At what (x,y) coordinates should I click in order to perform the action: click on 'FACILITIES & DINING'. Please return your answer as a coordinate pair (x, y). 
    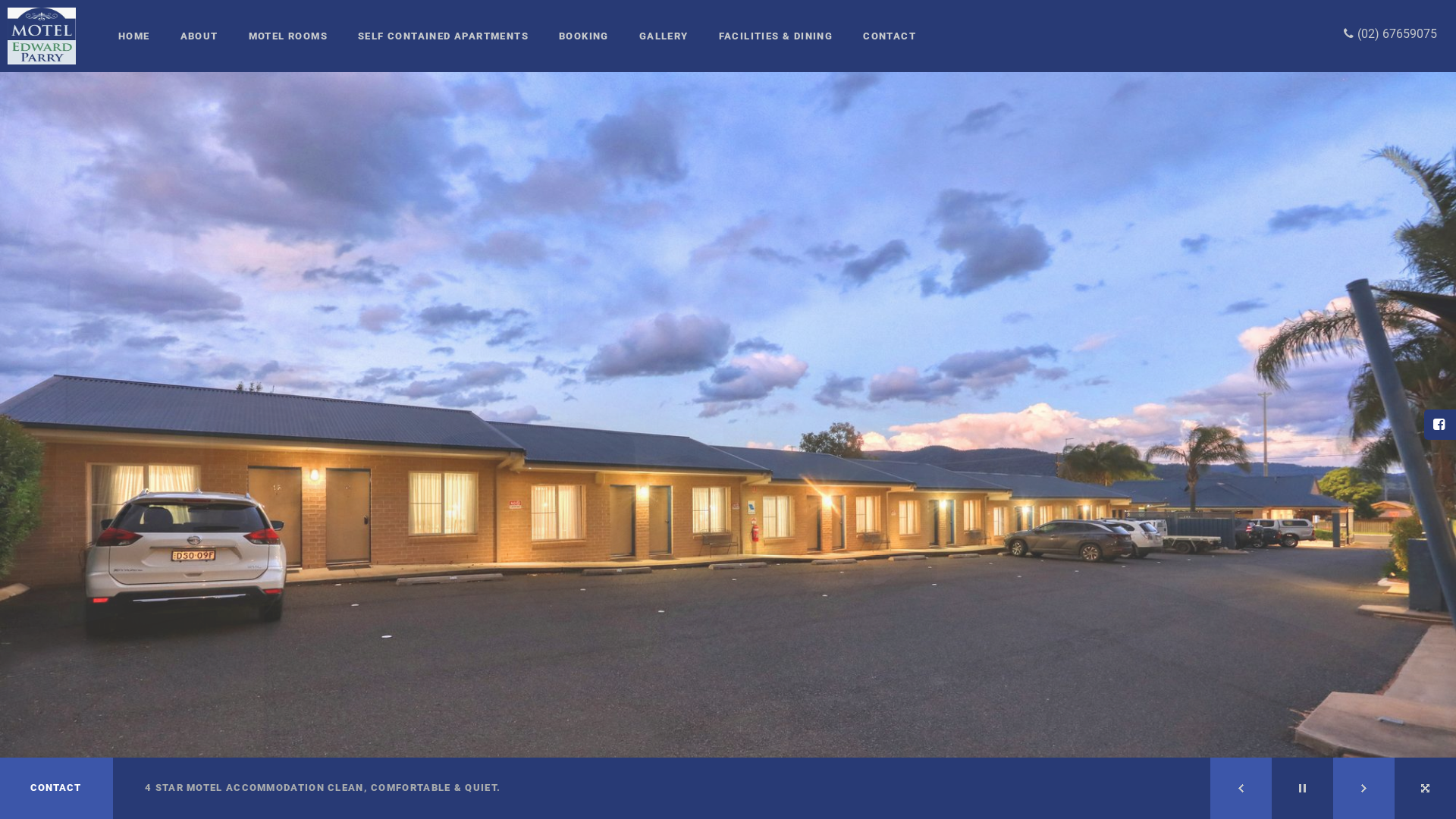
    Looking at the image, I should click on (776, 35).